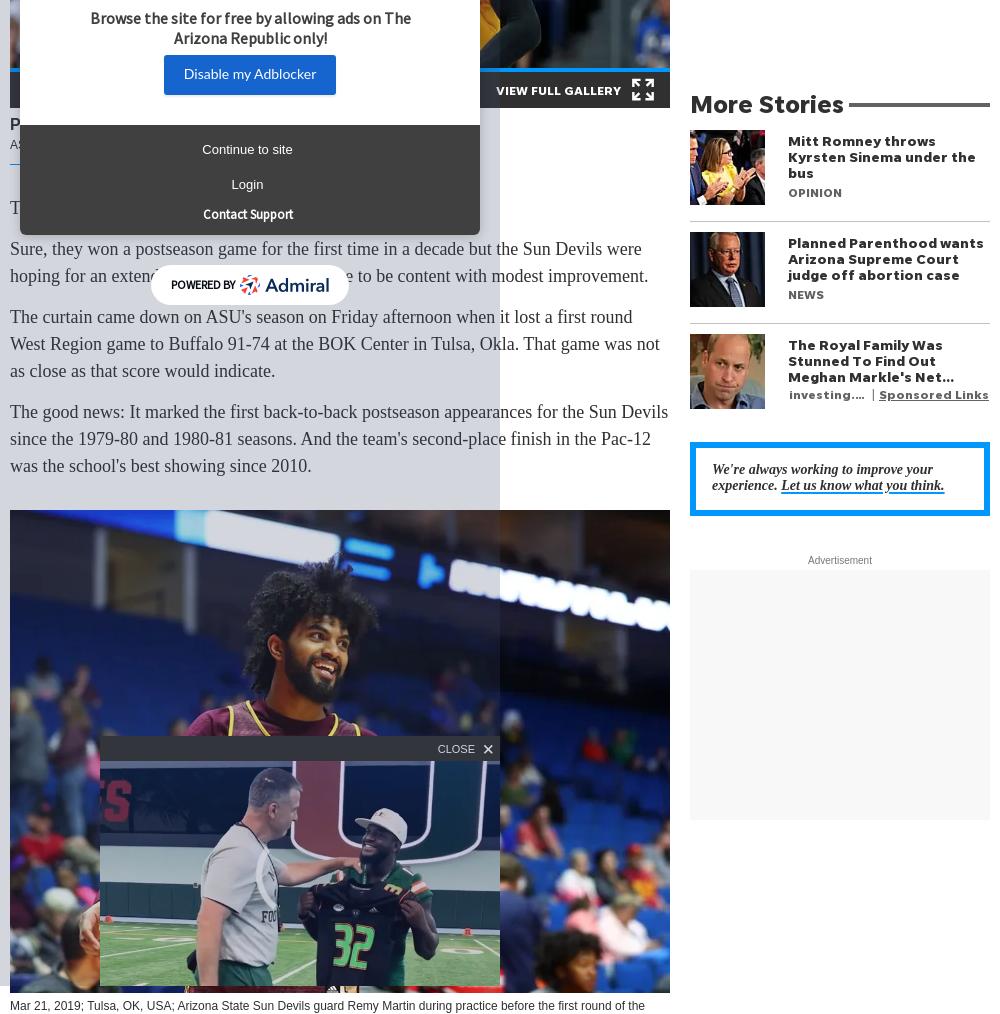  I want to click on 'The Arizona State men's basketball team wanted more.', so click(206, 206).